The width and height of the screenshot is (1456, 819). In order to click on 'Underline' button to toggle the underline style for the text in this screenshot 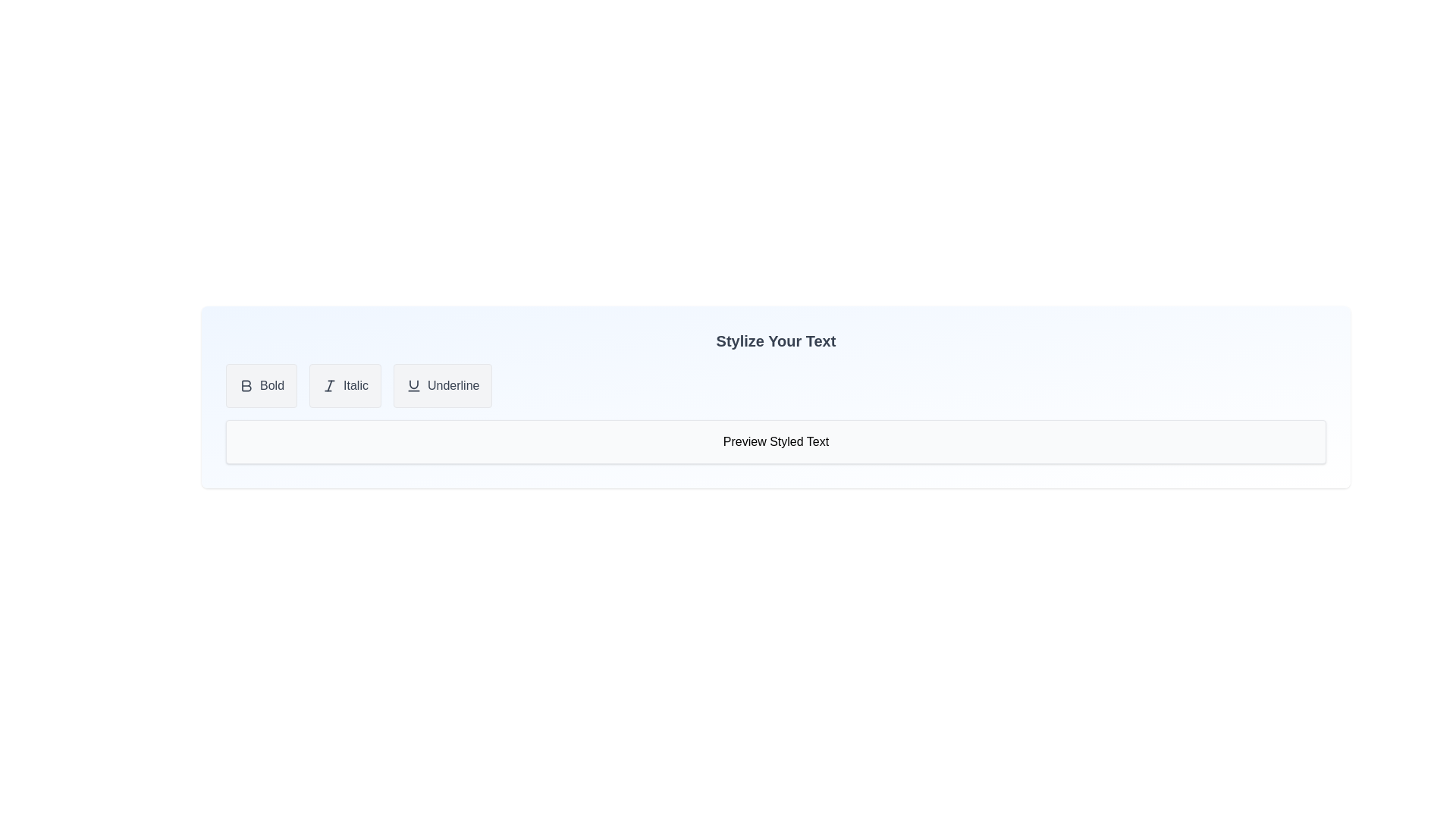, I will do `click(442, 385)`.